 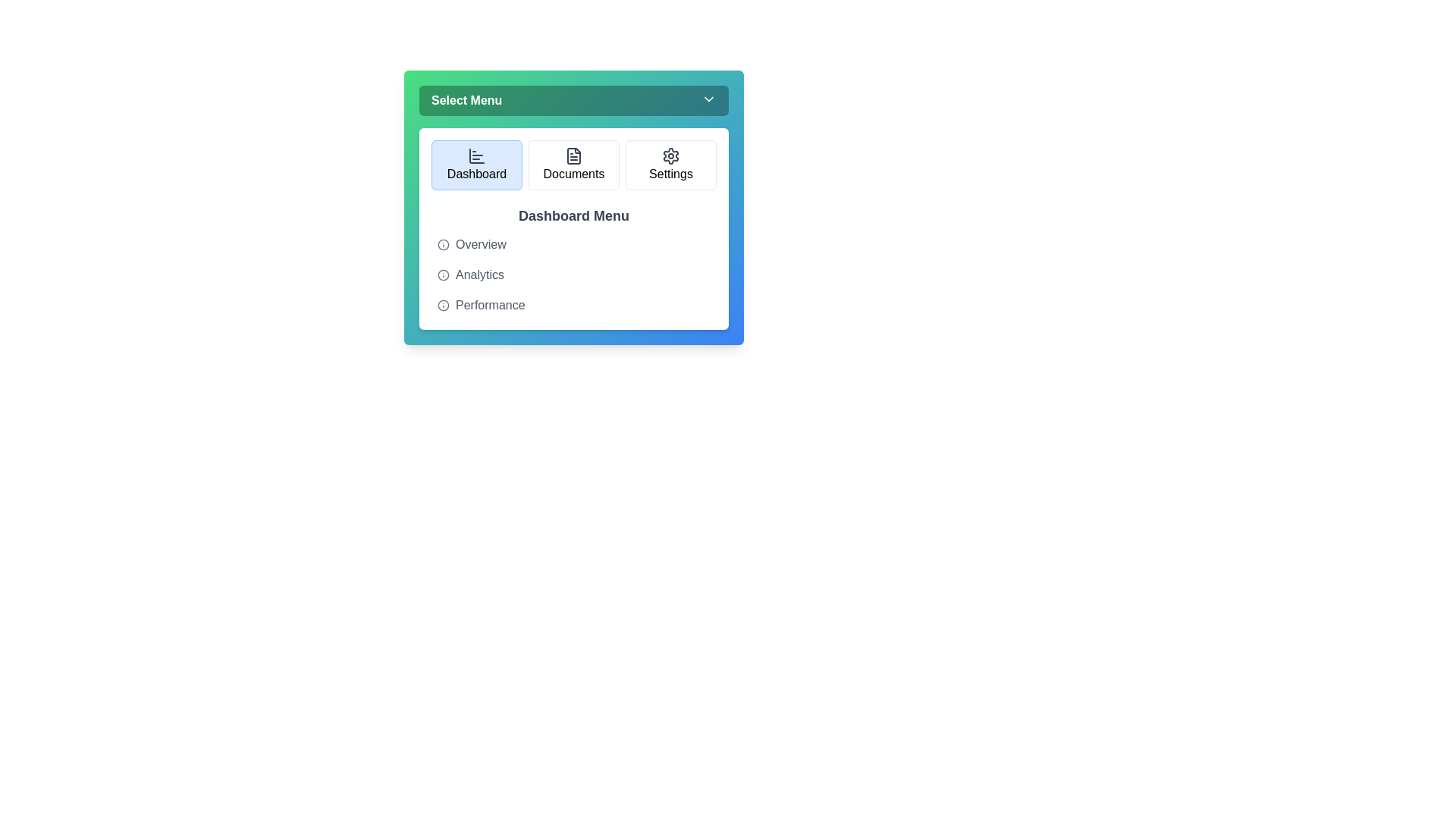 What do you see at coordinates (670, 155) in the screenshot?
I see `the gear-shaped settings icon located in the upper-right corner of the menu interface` at bounding box center [670, 155].